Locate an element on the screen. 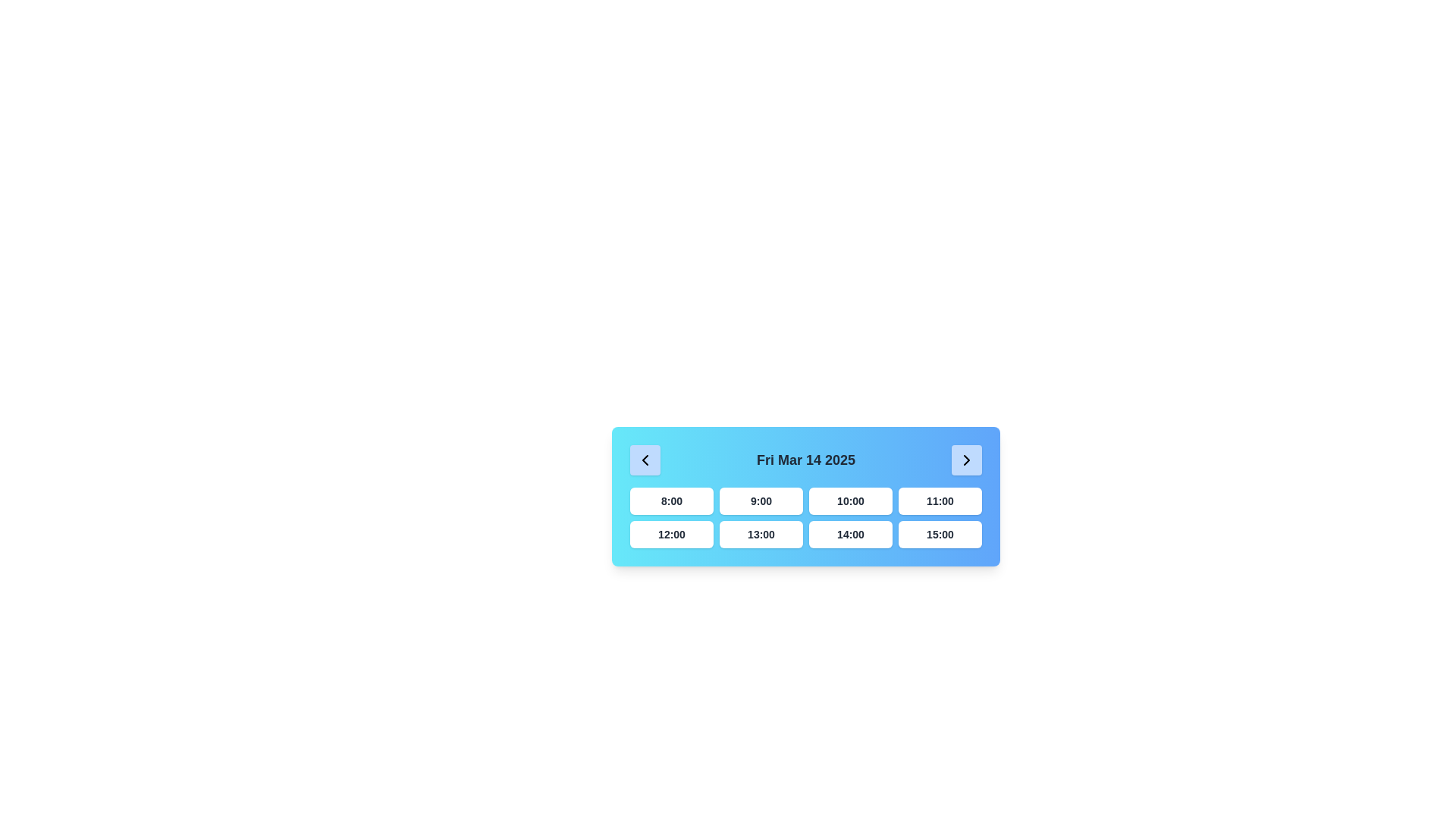 This screenshot has height=819, width=1456. the button containing the rightward chevron icon, which has a light blue background and is located in the top-right corner of the toolbar is located at coordinates (966, 459).